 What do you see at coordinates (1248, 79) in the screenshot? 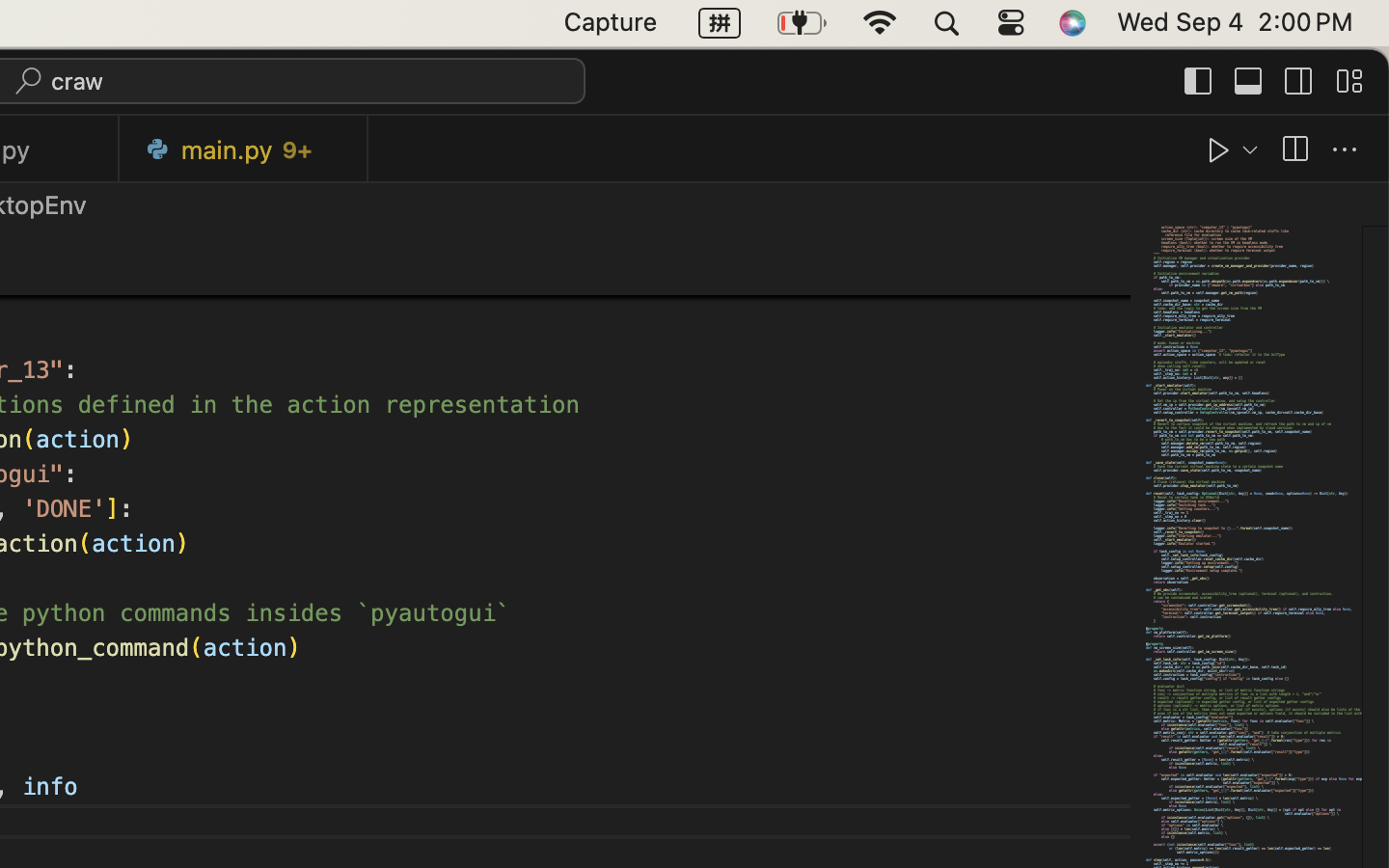
I see `''` at bounding box center [1248, 79].